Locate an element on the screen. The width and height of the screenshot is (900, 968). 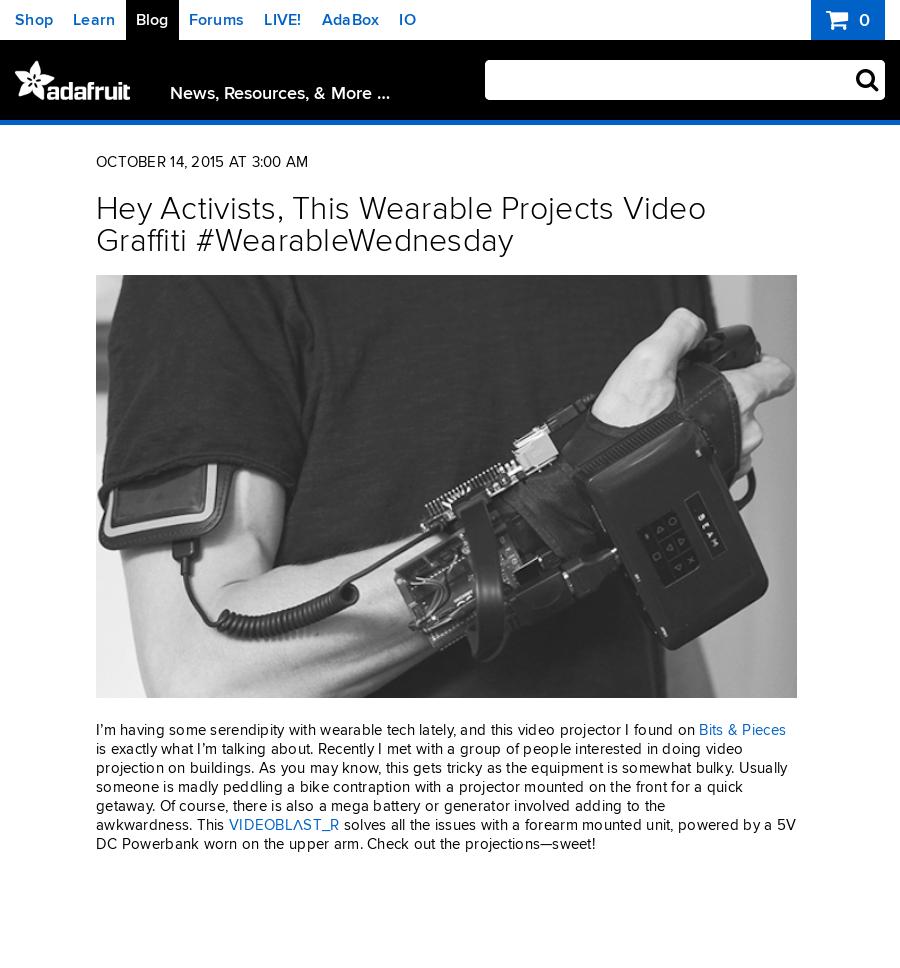
'Bits & Pieces' is located at coordinates (698, 729).